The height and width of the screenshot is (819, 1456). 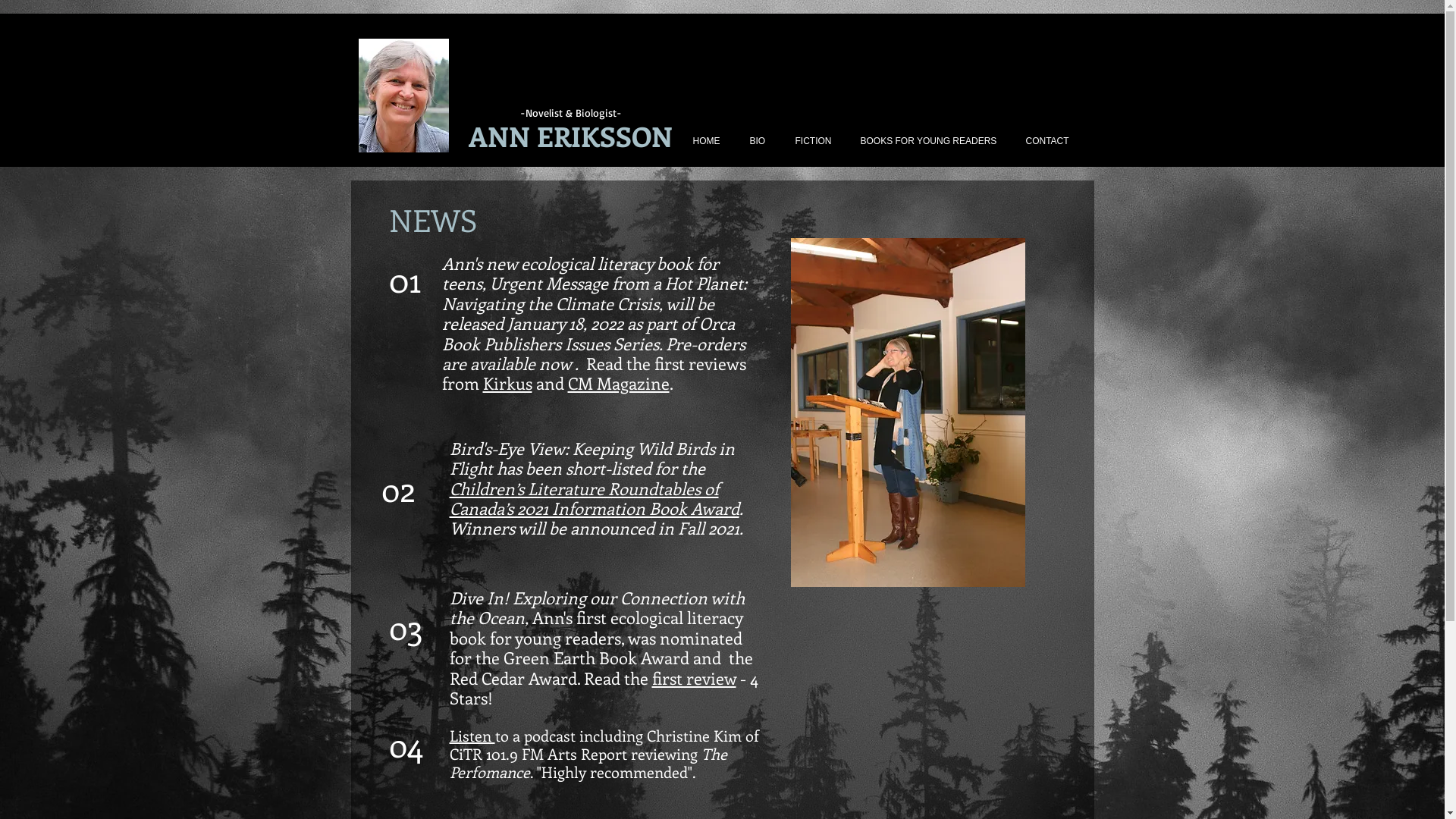 What do you see at coordinates (742, 141) in the screenshot?
I see `'BIO'` at bounding box center [742, 141].